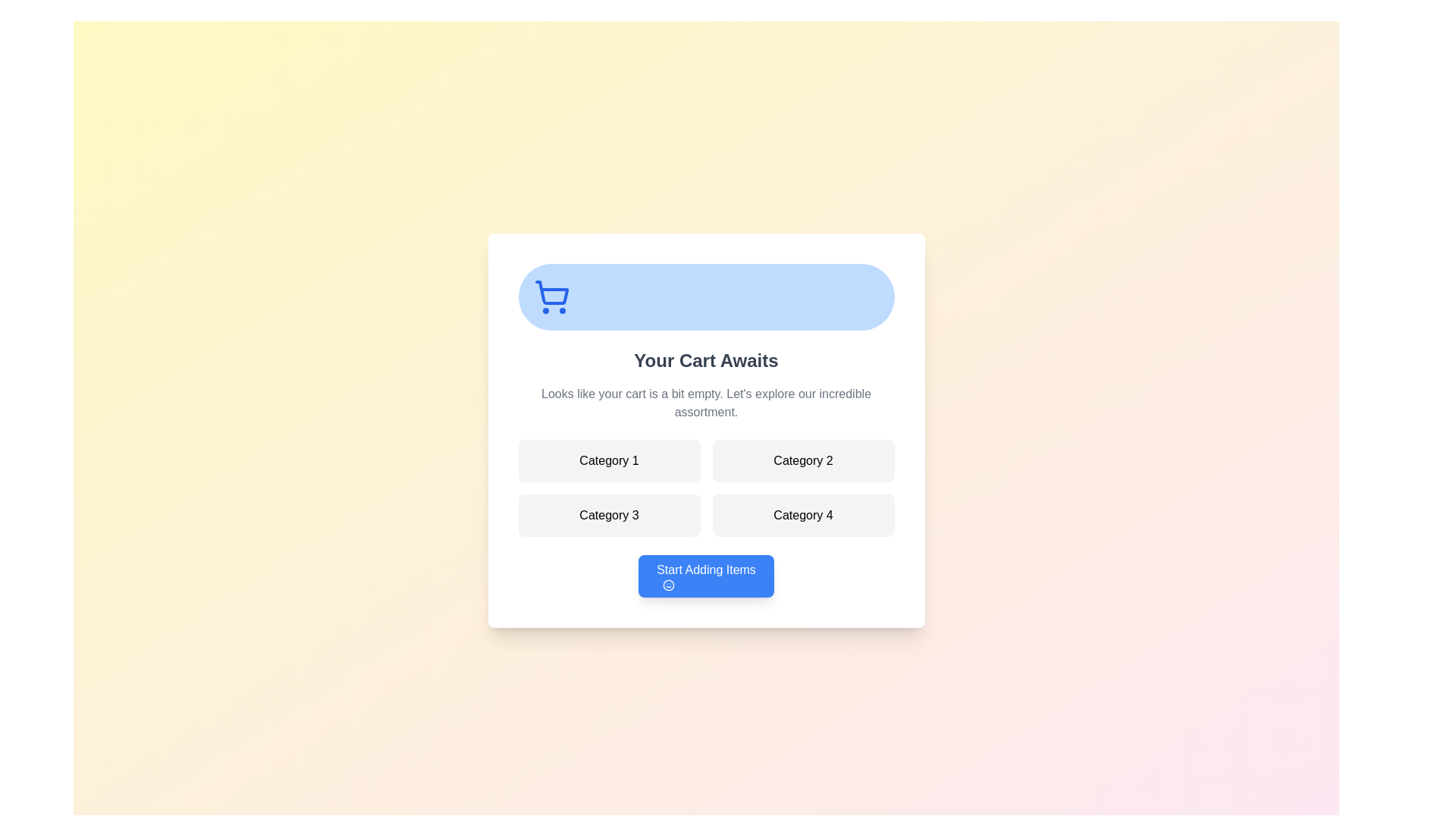  What do you see at coordinates (802, 514) in the screenshot?
I see `the rectangular button with a light gray background and black text reading 'Category 4' located in the lower-right corner of the category button grid` at bounding box center [802, 514].